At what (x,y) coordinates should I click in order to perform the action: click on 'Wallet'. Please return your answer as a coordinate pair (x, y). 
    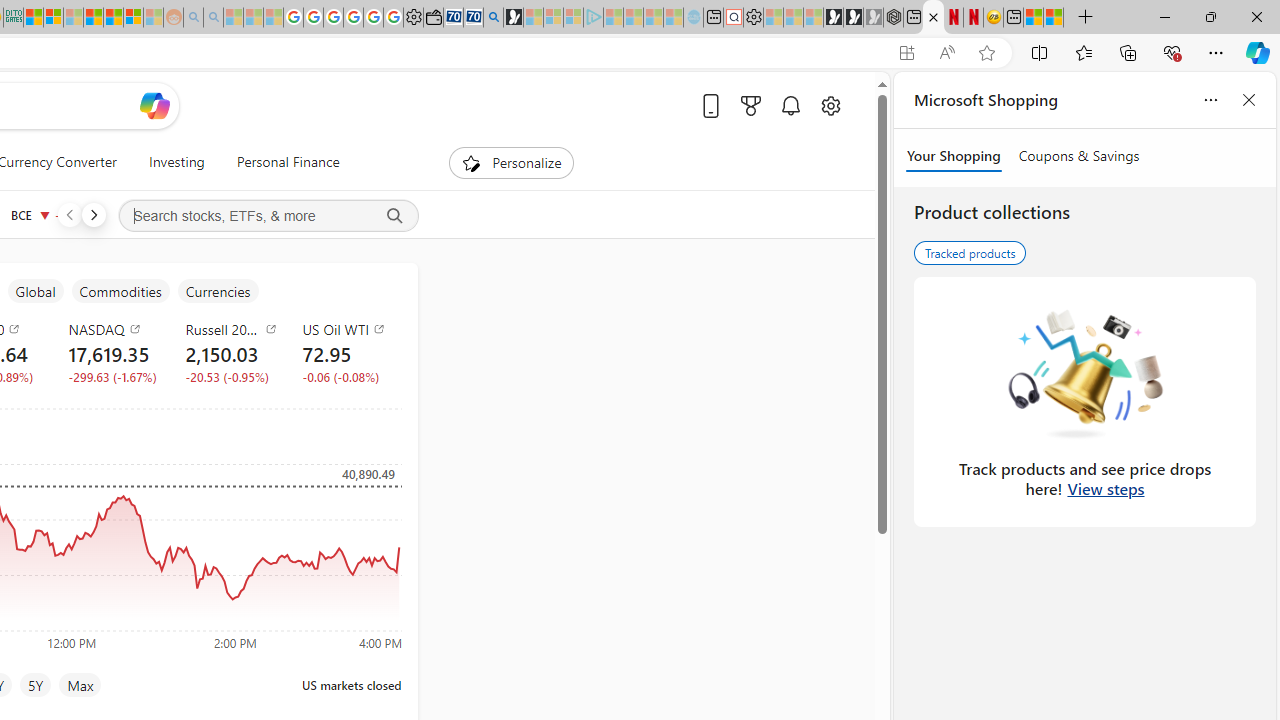
    Looking at the image, I should click on (432, 17).